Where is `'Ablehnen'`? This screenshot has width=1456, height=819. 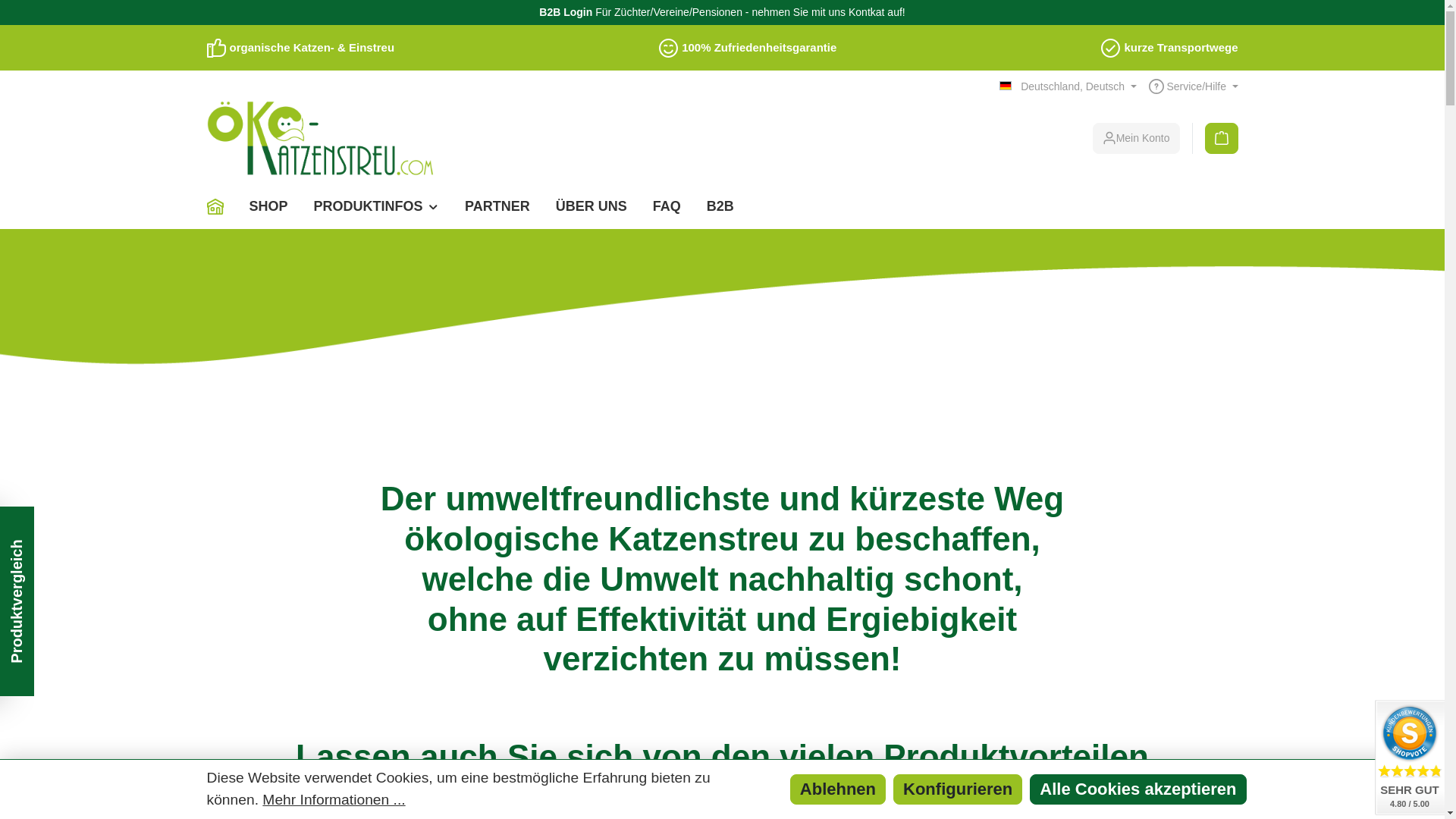 'Ablehnen' is located at coordinates (789, 789).